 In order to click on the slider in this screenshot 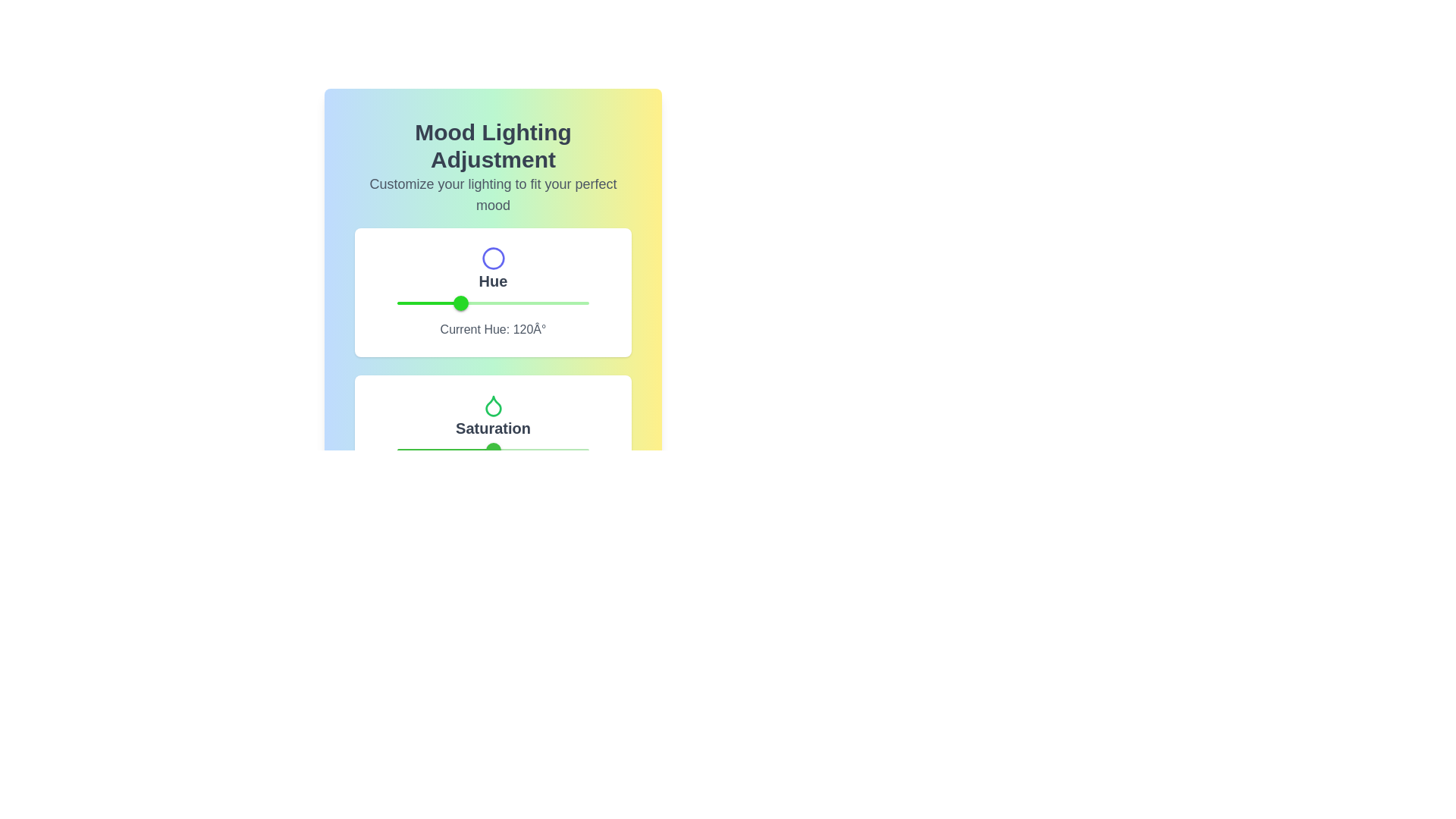, I will do `click(560, 450)`.